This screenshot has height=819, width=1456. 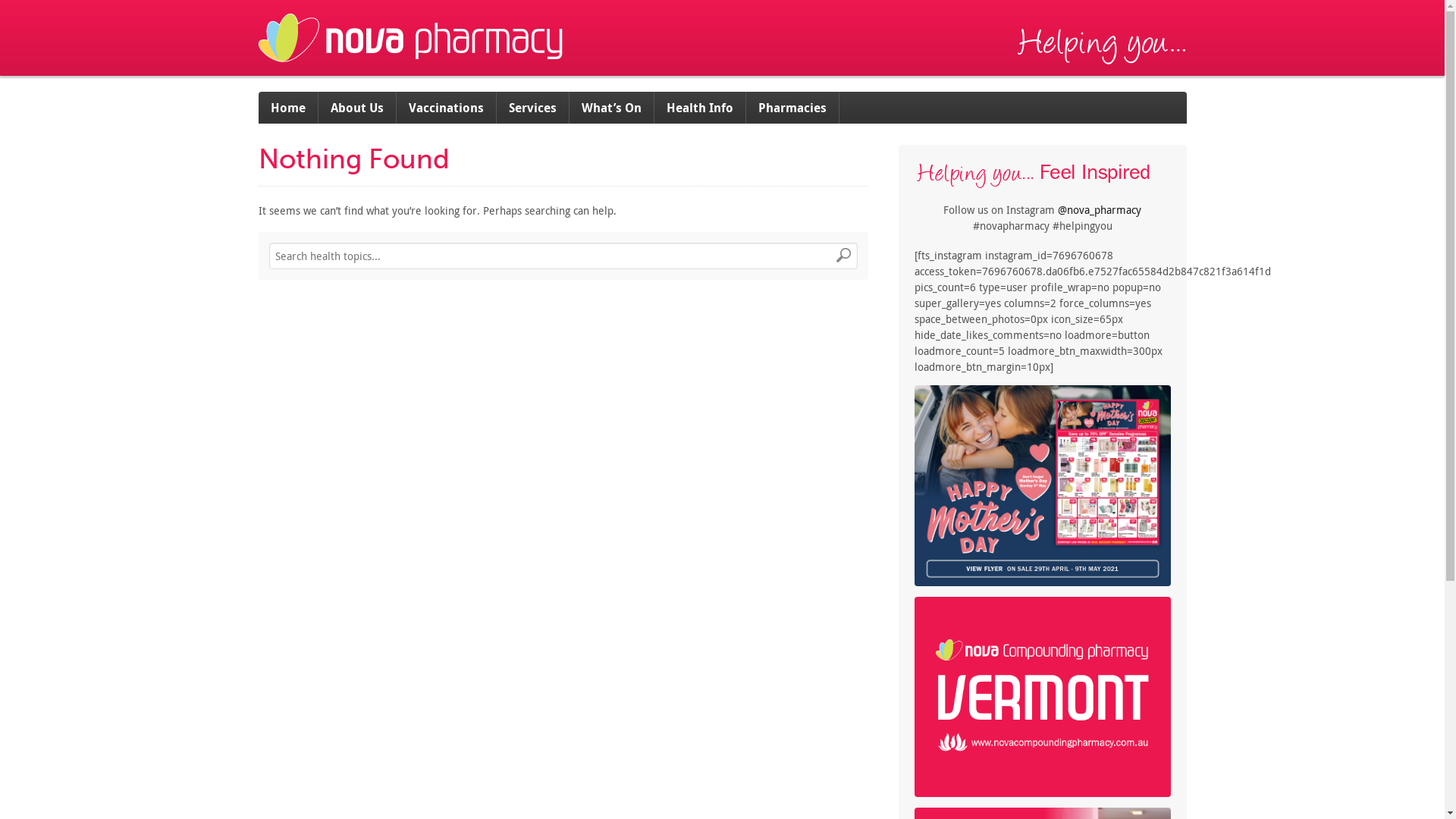 I want to click on '@nova_pharmacy', so click(x=1099, y=209).